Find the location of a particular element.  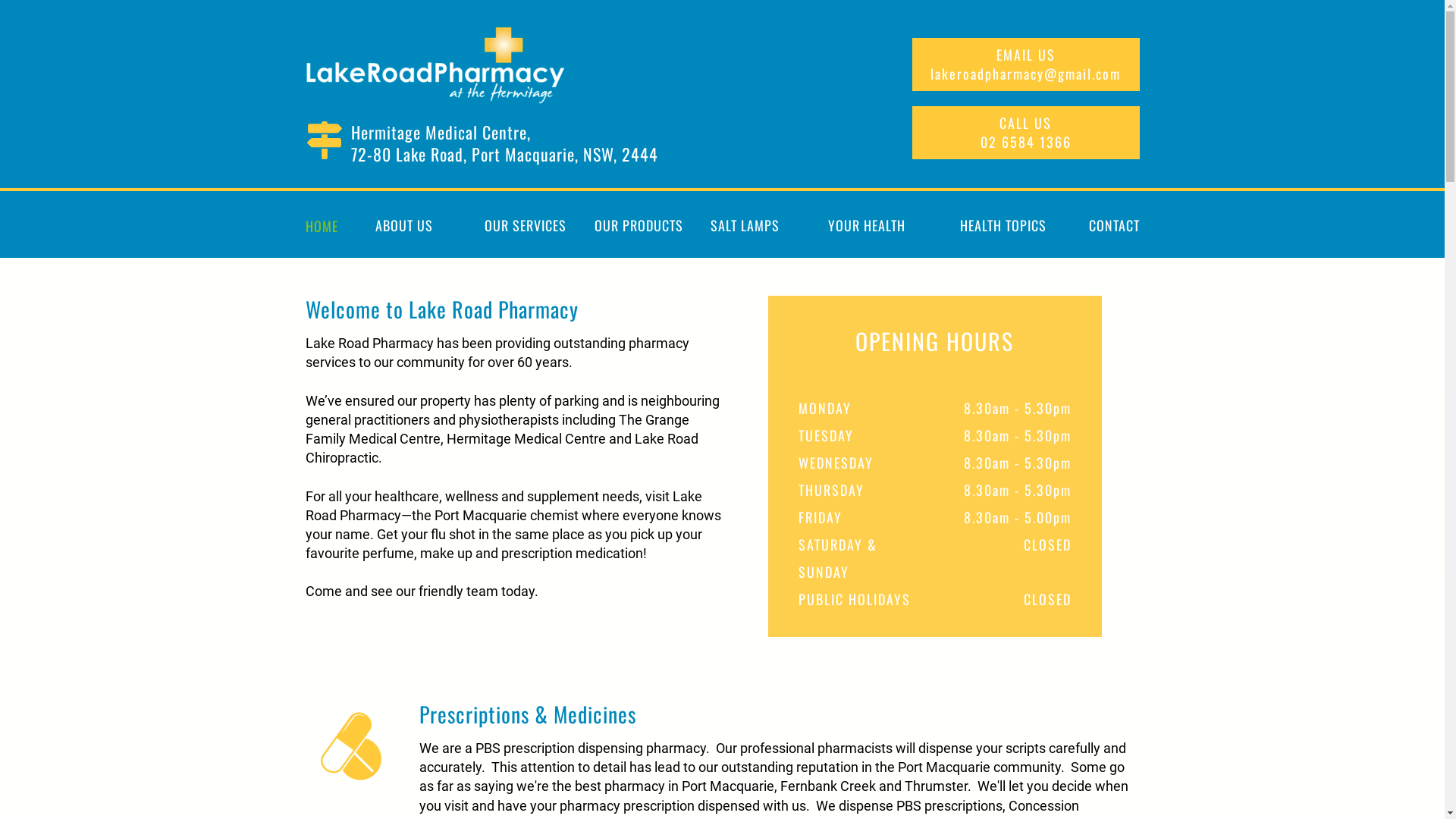

'CALL US is located at coordinates (1025, 131).